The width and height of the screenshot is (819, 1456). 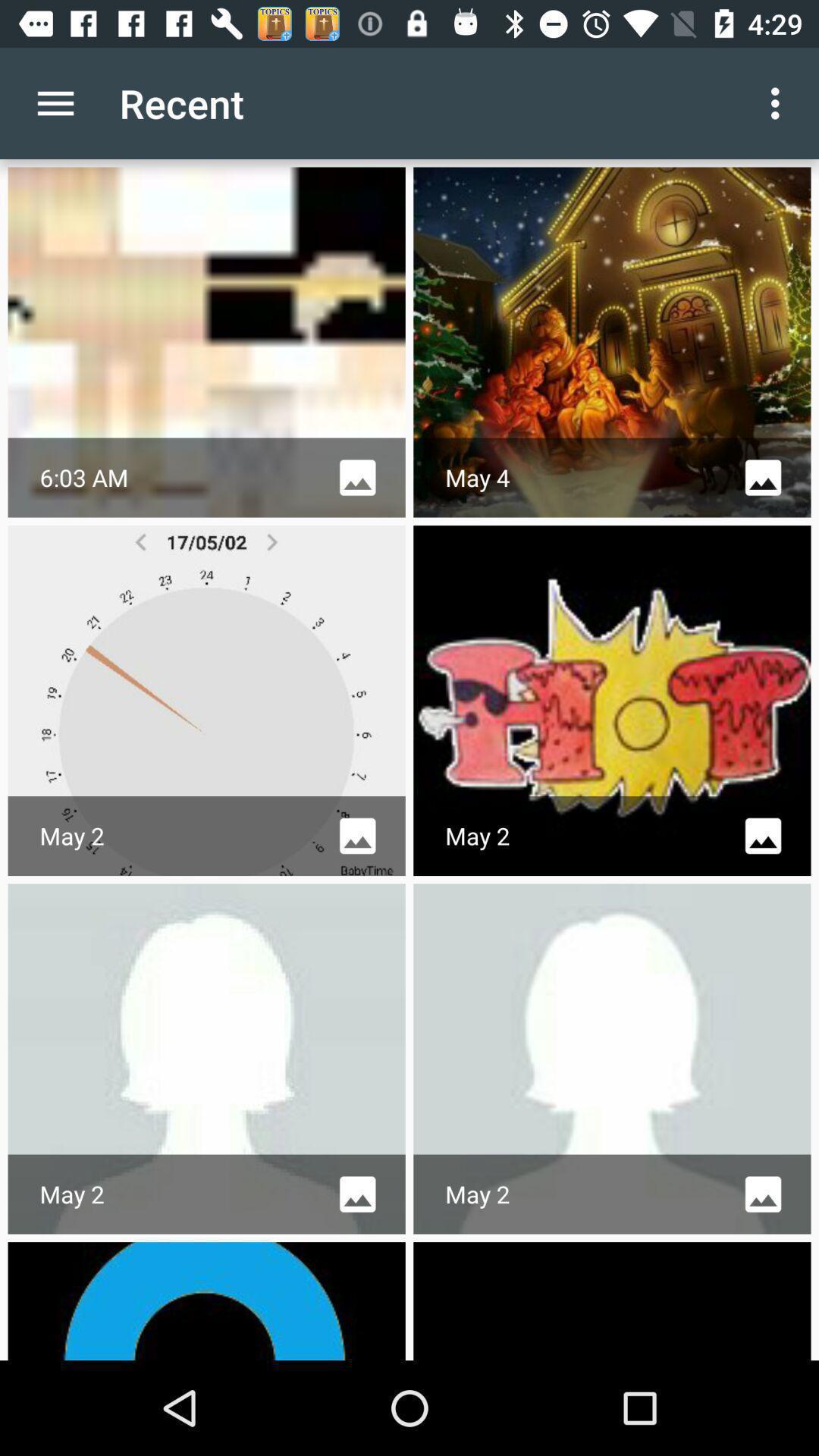 What do you see at coordinates (207, 700) in the screenshot?
I see `first option in second row` at bounding box center [207, 700].